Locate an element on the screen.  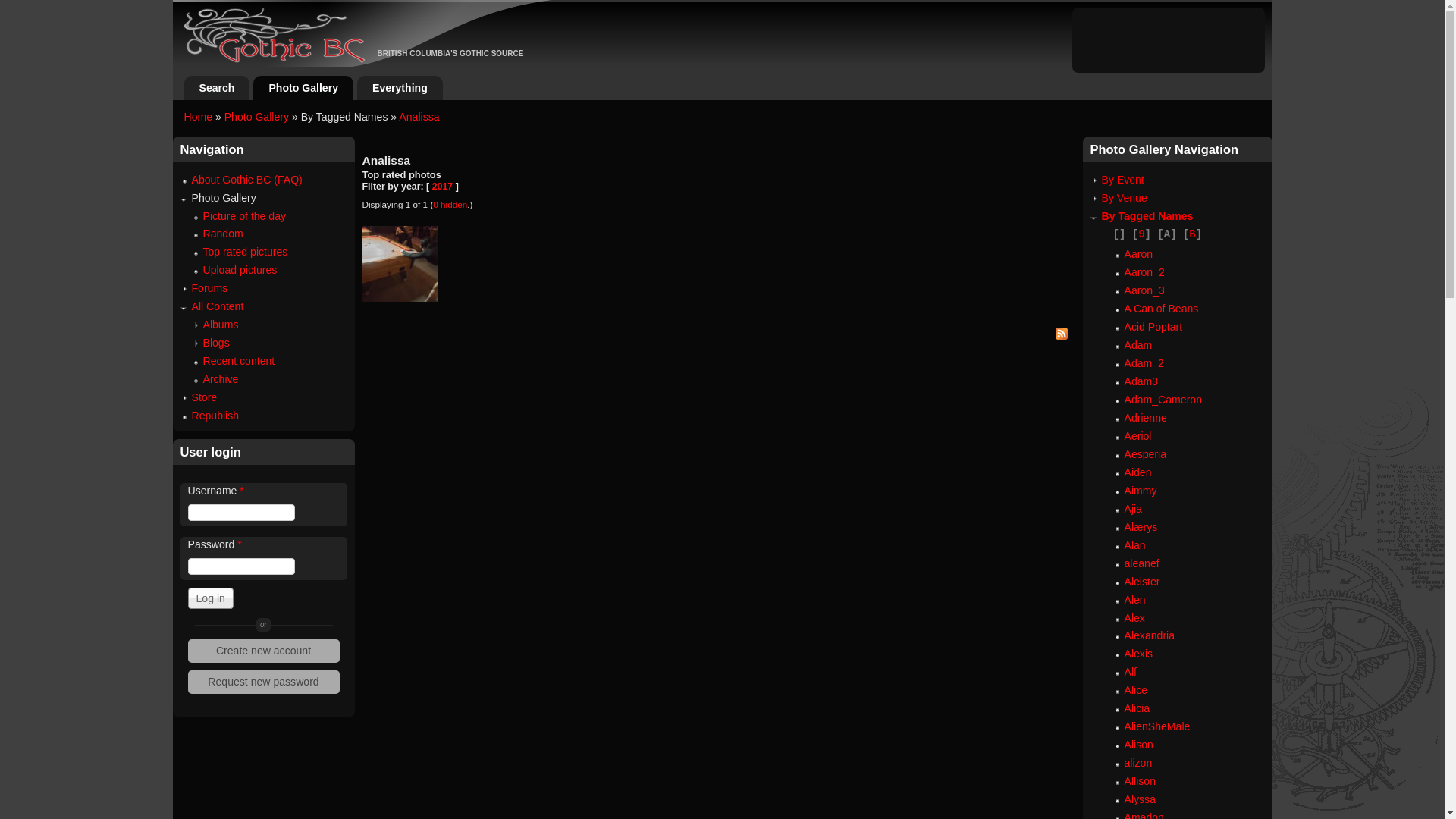
'By Event' is located at coordinates (1100, 178).